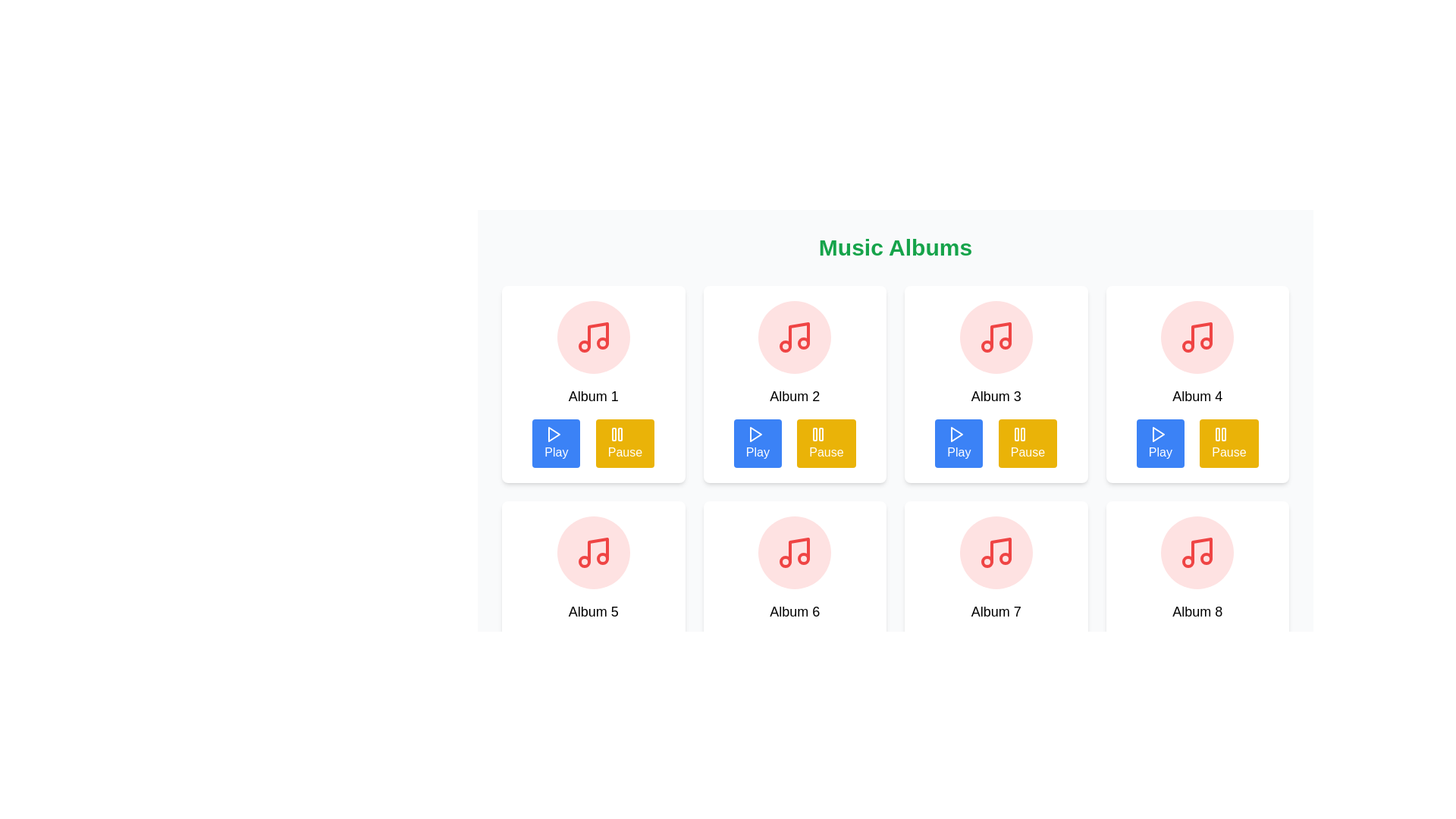 The width and height of the screenshot is (1456, 819). What do you see at coordinates (1201, 550) in the screenshot?
I see `the music album icon located in the bottom right corner of the eighth album's card in the album grid` at bounding box center [1201, 550].